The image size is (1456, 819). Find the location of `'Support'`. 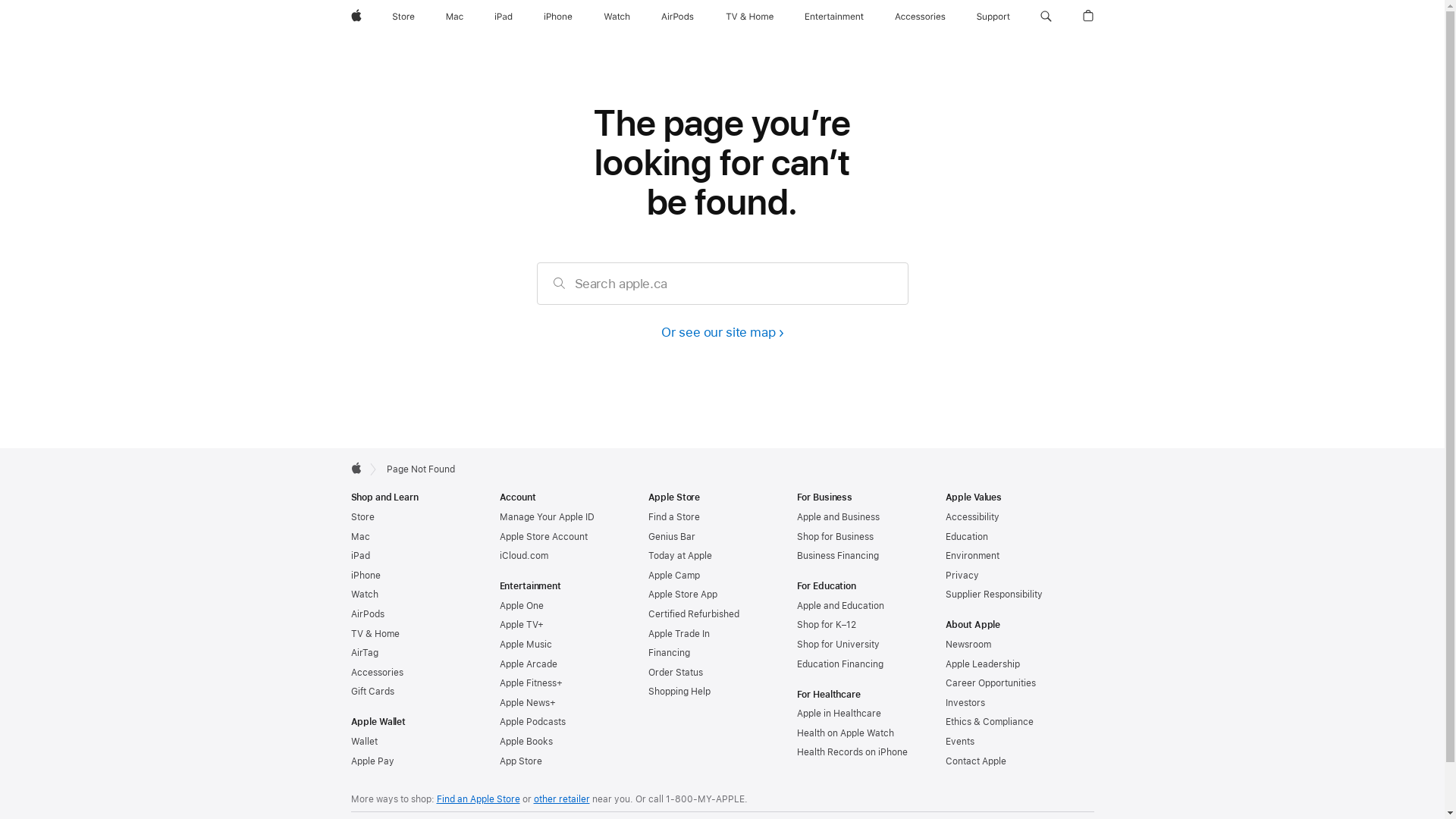

'Support' is located at coordinates (971, 17).